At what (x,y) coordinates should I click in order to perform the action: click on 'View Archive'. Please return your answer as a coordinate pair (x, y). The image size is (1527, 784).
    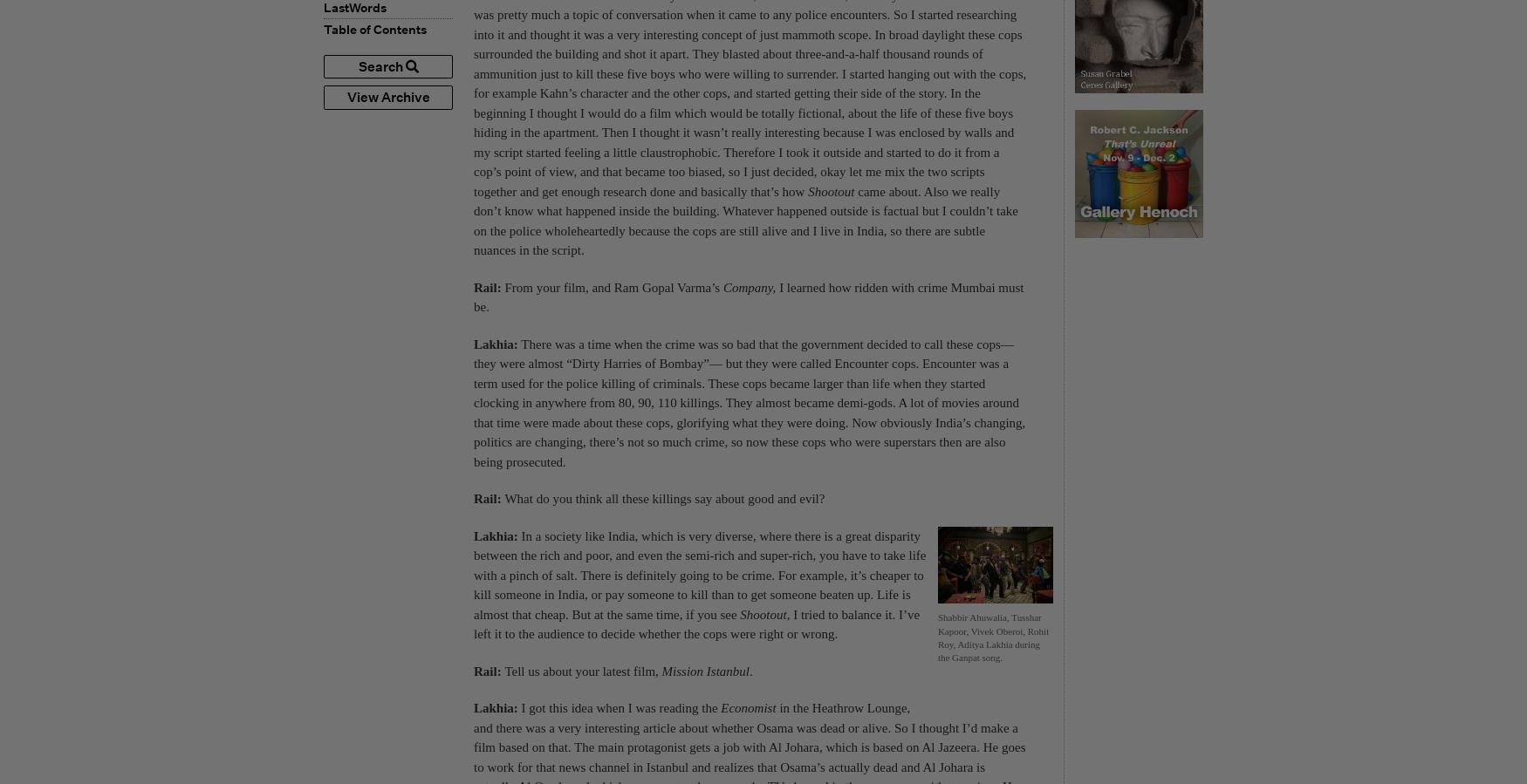
    Looking at the image, I should click on (346, 96).